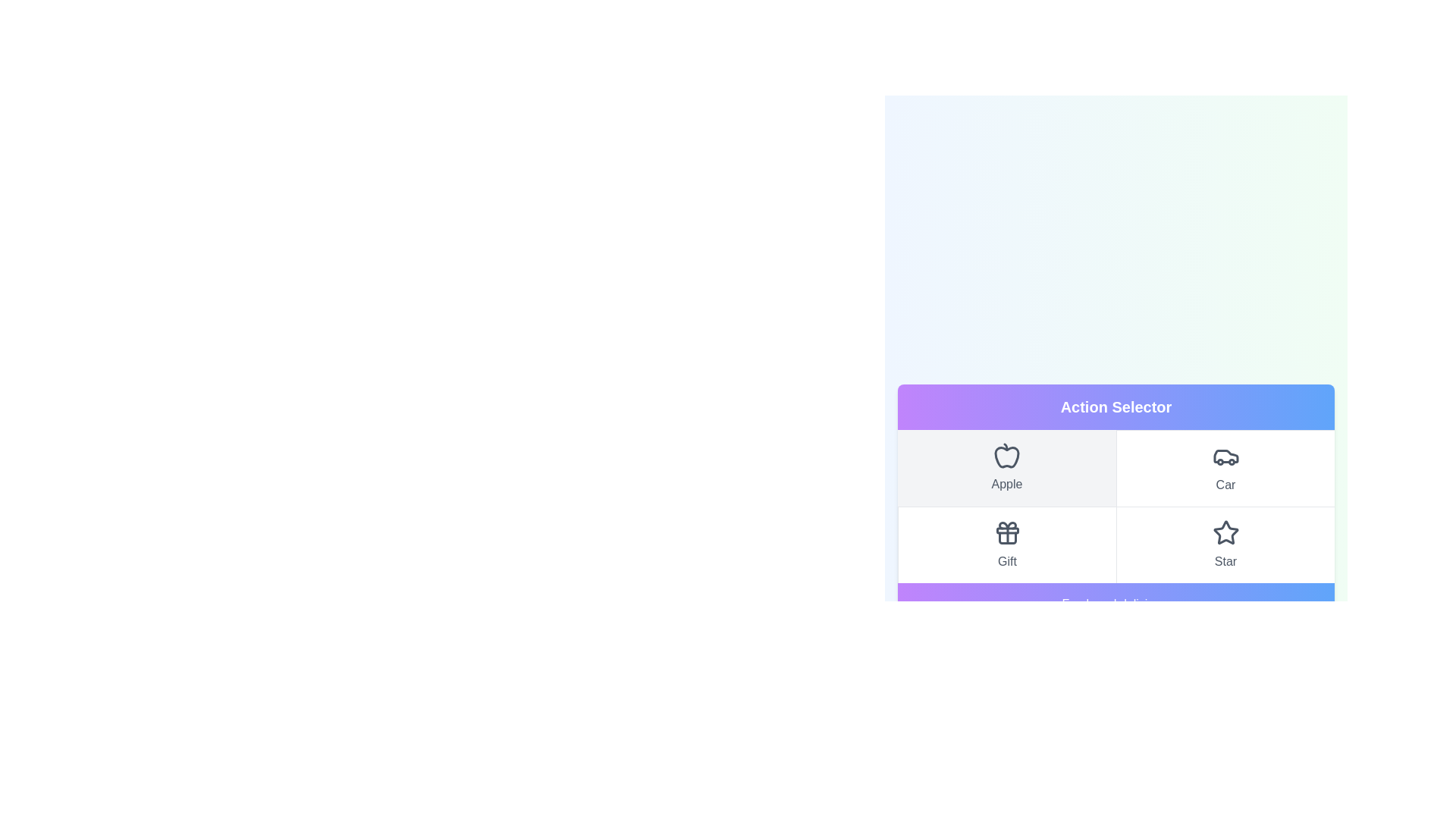  What do you see at coordinates (1007, 525) in the screenshot?
I see `the center of the decorative gift box icon located in the bottom-left of the grid layout, beneath the 'Apple' icon and to the left of the 'Star' icon` at bounding box center [1007, 525].